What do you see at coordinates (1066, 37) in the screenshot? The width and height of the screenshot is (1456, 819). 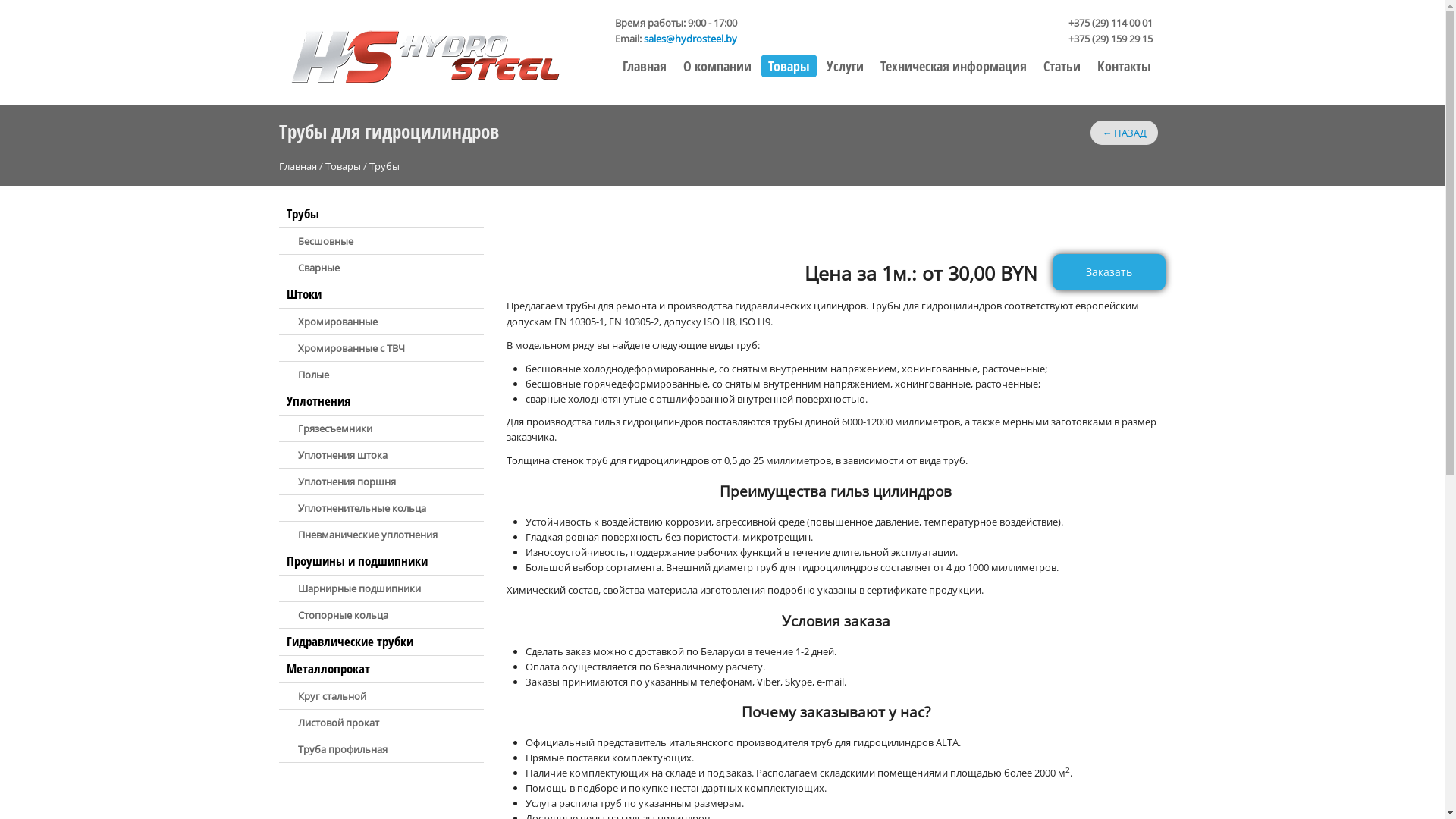 I see `'+375 (29) 159 29 15'` at bounding box center [1066, 37].